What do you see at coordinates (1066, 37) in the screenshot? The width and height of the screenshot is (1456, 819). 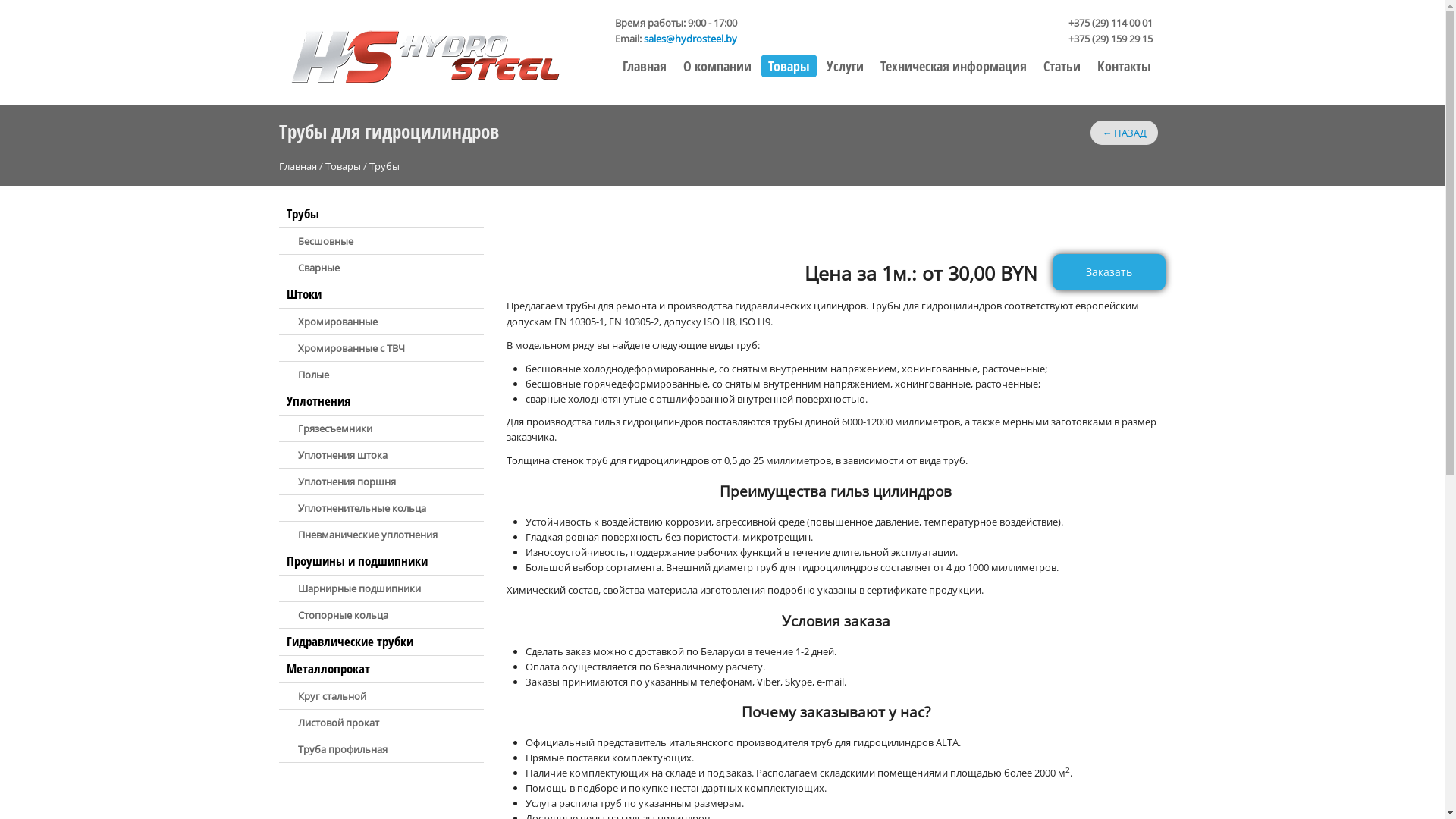 I see `'+375 (29) 159 29 15'` at bounding box center [1066, 37].